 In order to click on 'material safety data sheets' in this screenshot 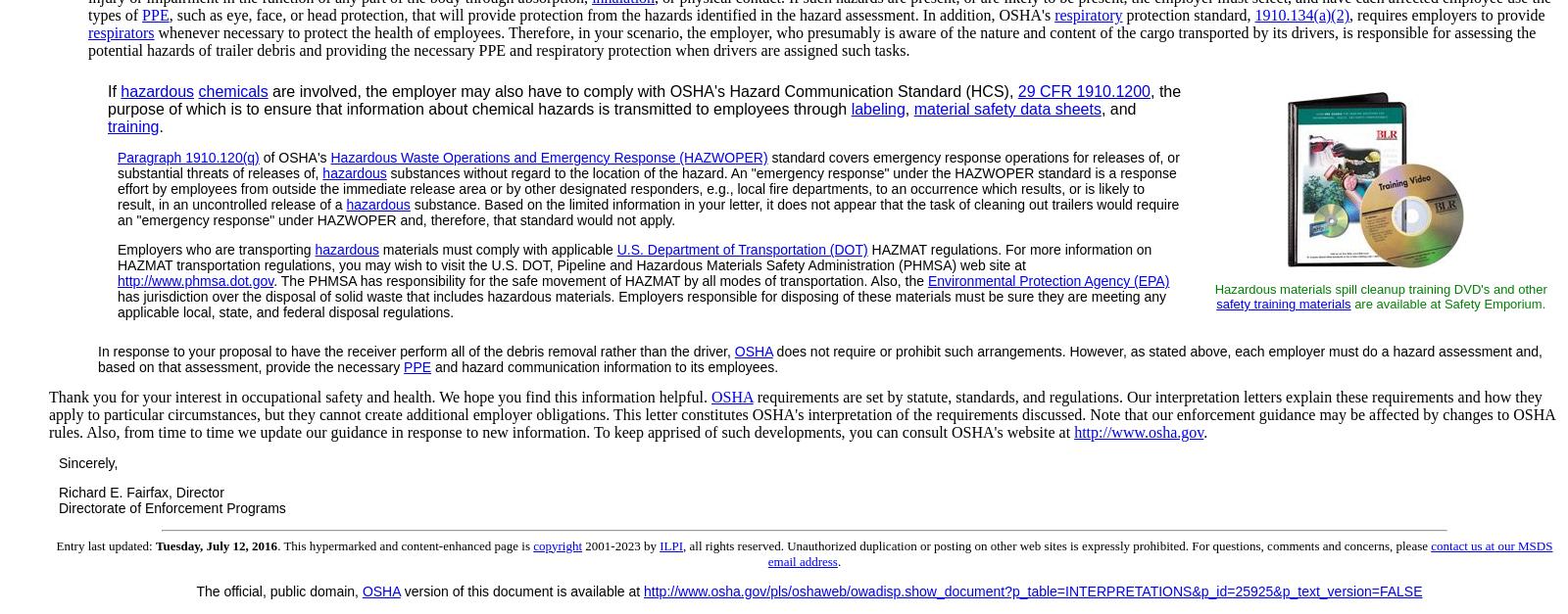, I will do `click(1006, 109)`.